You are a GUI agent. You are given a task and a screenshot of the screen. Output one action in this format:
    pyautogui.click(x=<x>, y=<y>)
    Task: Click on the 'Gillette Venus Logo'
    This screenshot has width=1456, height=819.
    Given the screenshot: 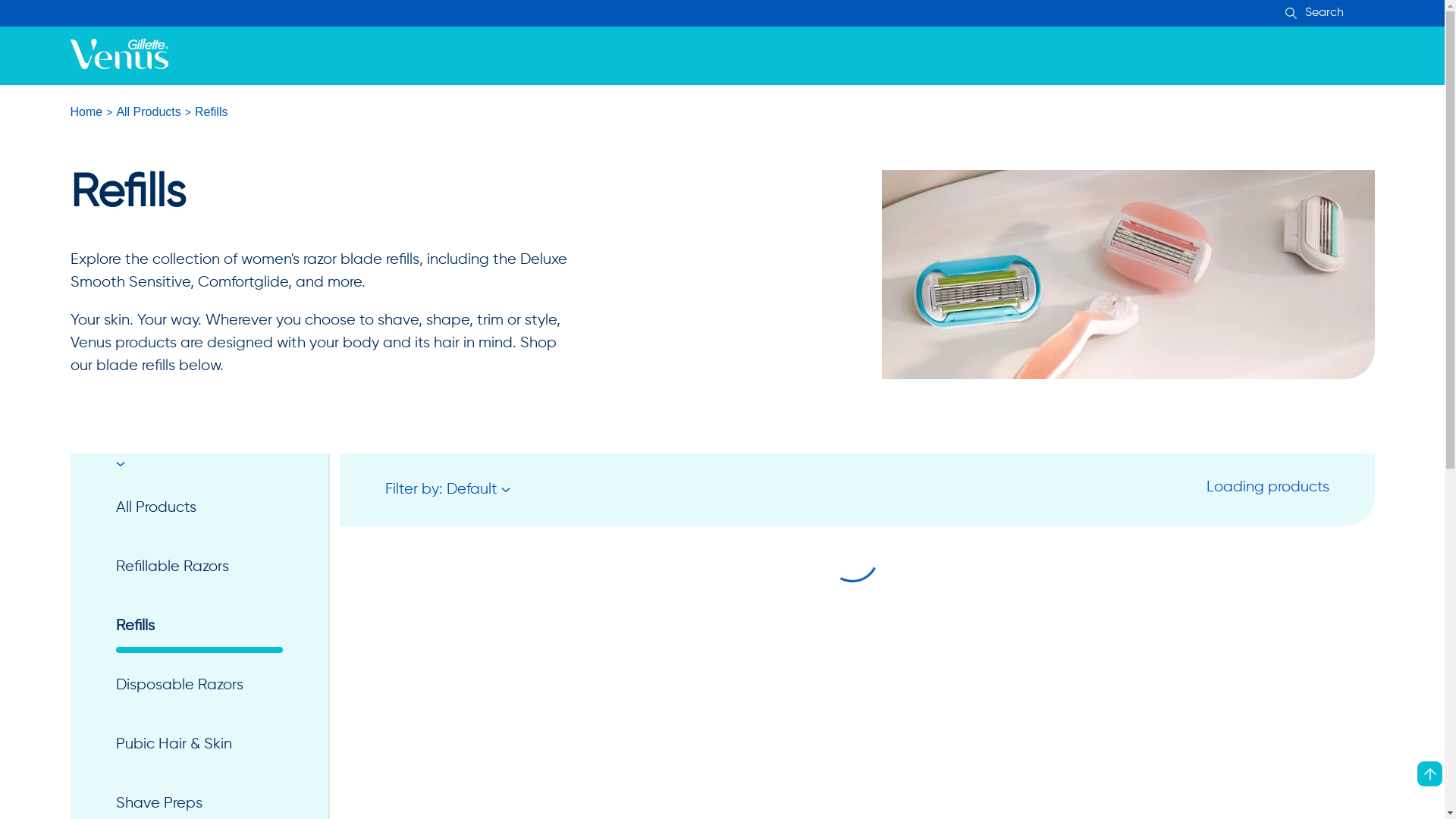 What is the action you would take?
    pyautogui.click(x=118, y=55)
    